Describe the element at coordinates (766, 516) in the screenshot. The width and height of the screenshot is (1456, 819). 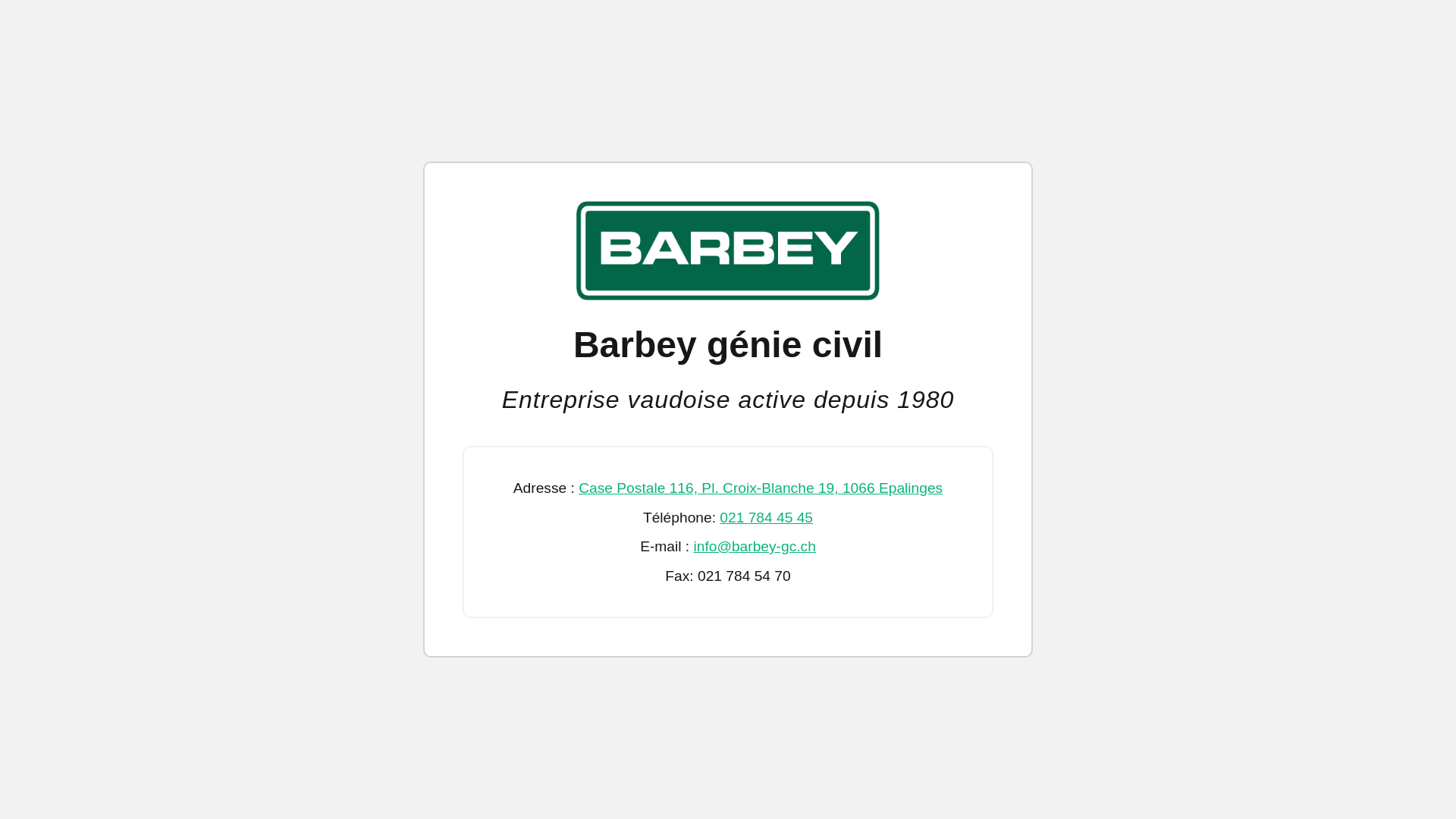
I see `'021 784 45 45'` at that location.